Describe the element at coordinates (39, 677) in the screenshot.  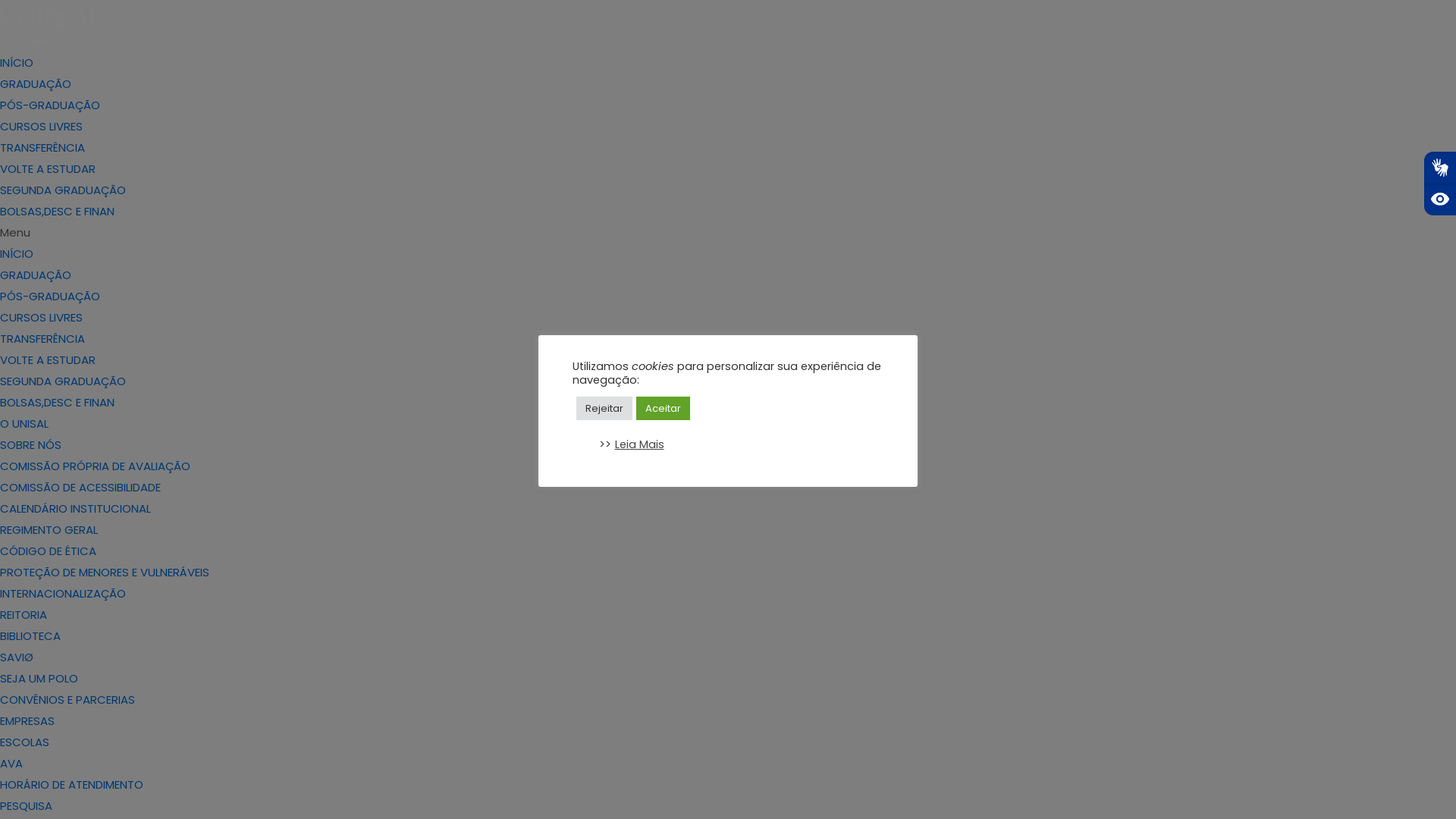
I see `'SEJA UM POLO'` at that location.